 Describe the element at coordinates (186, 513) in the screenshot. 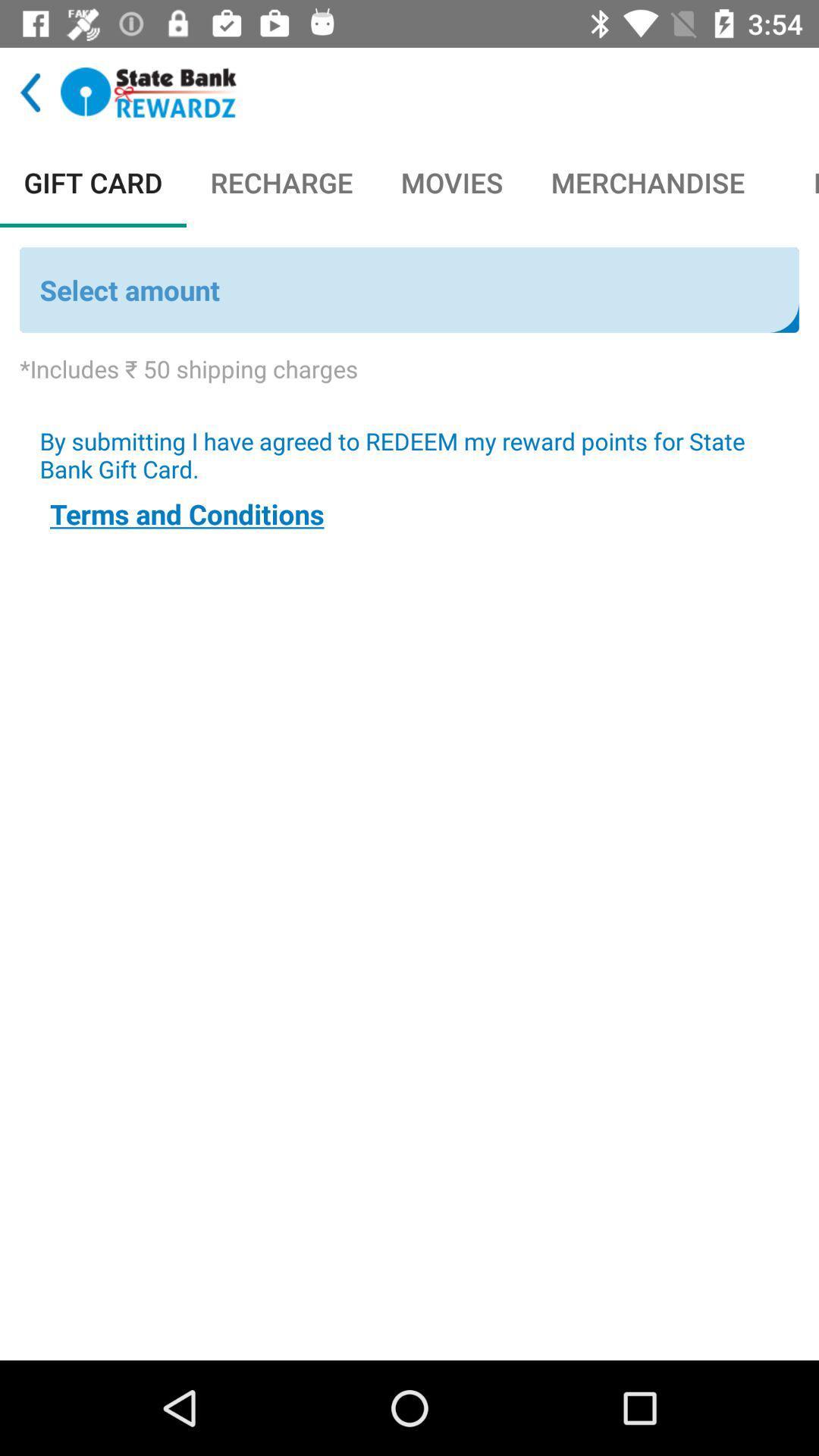

I see `the terms and conditions app` at that location.